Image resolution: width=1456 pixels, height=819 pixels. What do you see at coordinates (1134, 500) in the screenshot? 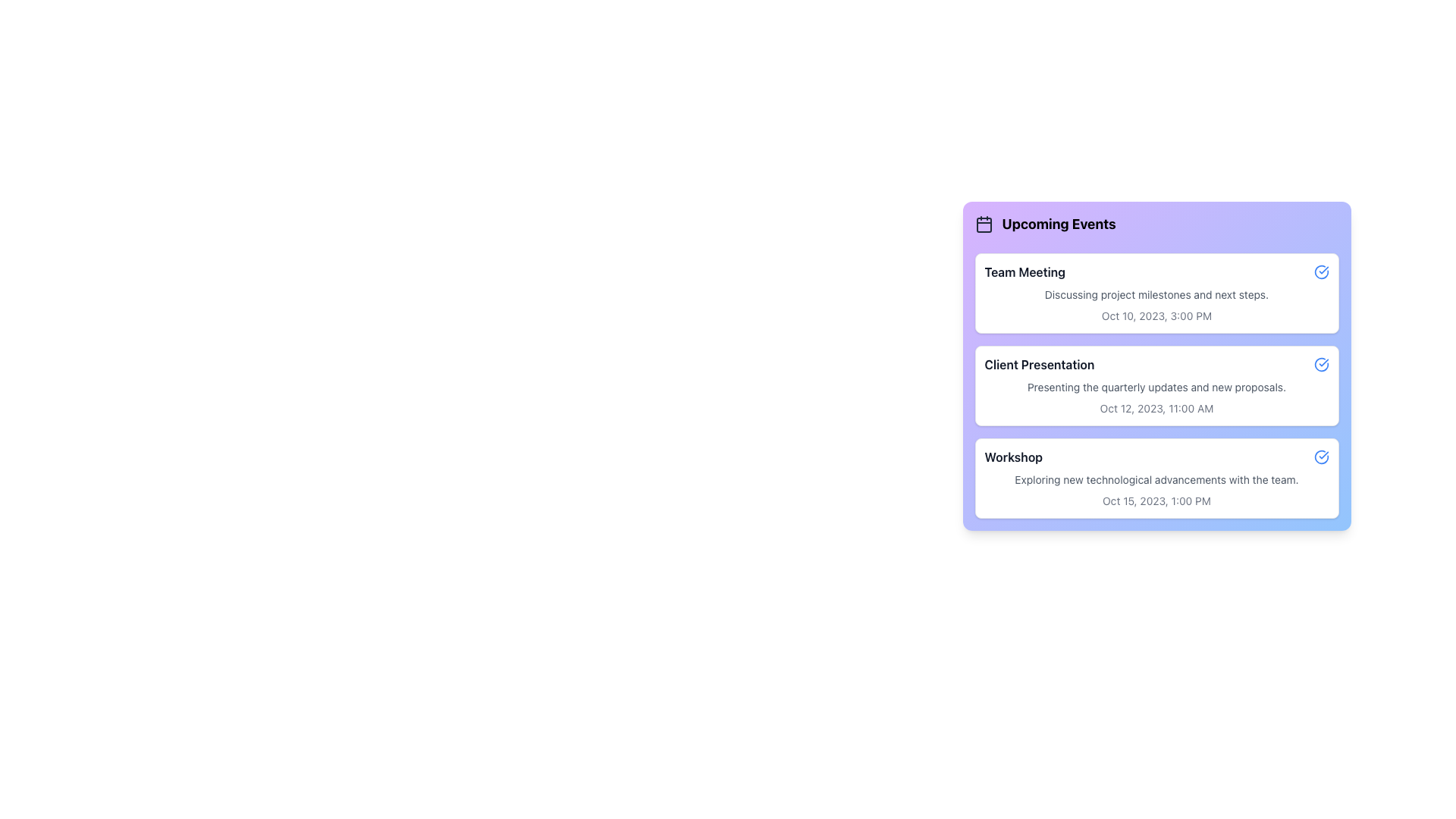
I see `the text label displaying 'Oct 15, 2023', which is part of the date and time string located in the third item of a vertical list of upcoming events, specifically positioned left of the time '1:00 PM' within the 'Workshop' event card` at bounding box center [1134, 500].